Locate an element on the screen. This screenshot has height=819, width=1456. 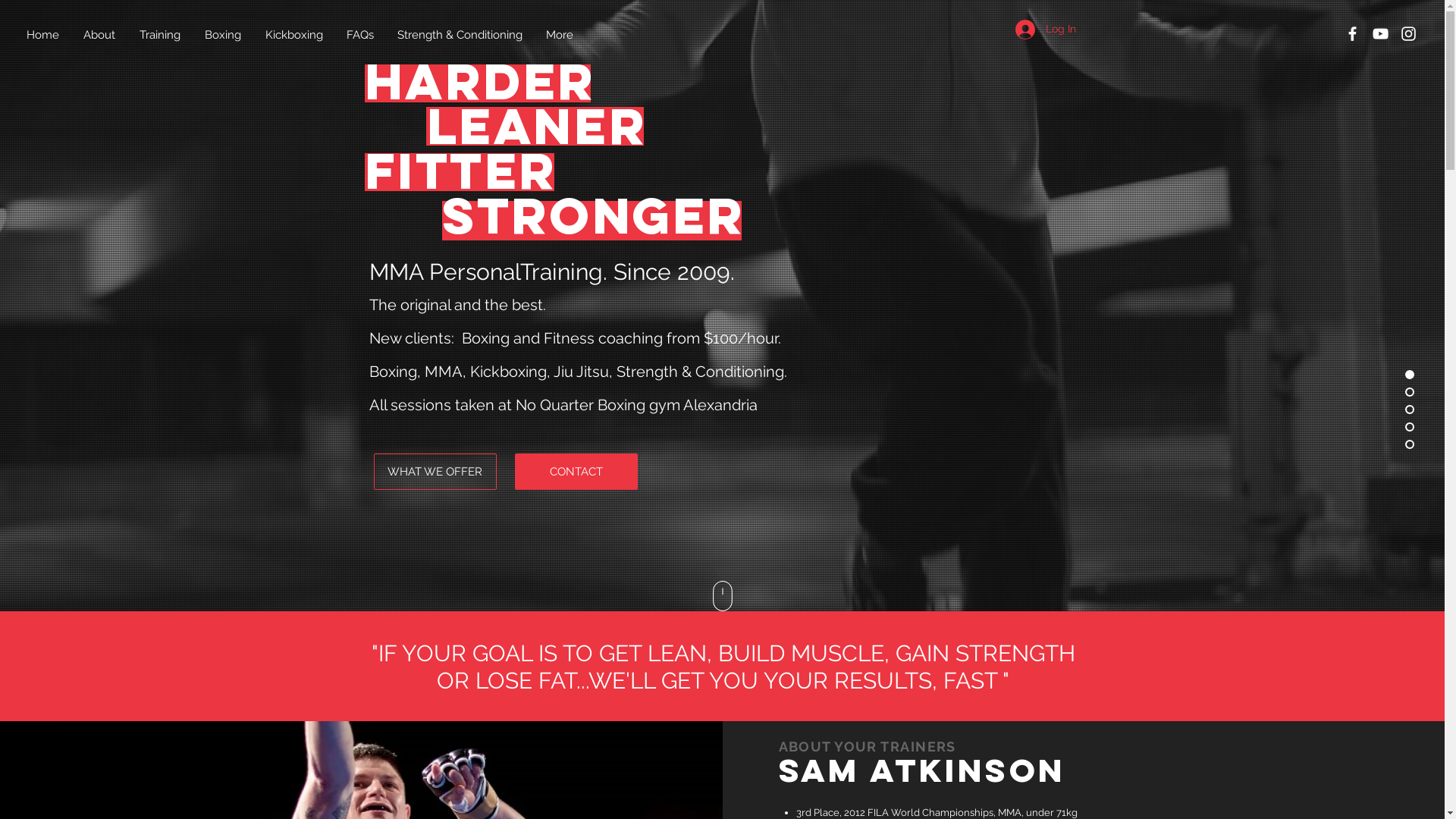
'About' is located at coordinates (99, 34).